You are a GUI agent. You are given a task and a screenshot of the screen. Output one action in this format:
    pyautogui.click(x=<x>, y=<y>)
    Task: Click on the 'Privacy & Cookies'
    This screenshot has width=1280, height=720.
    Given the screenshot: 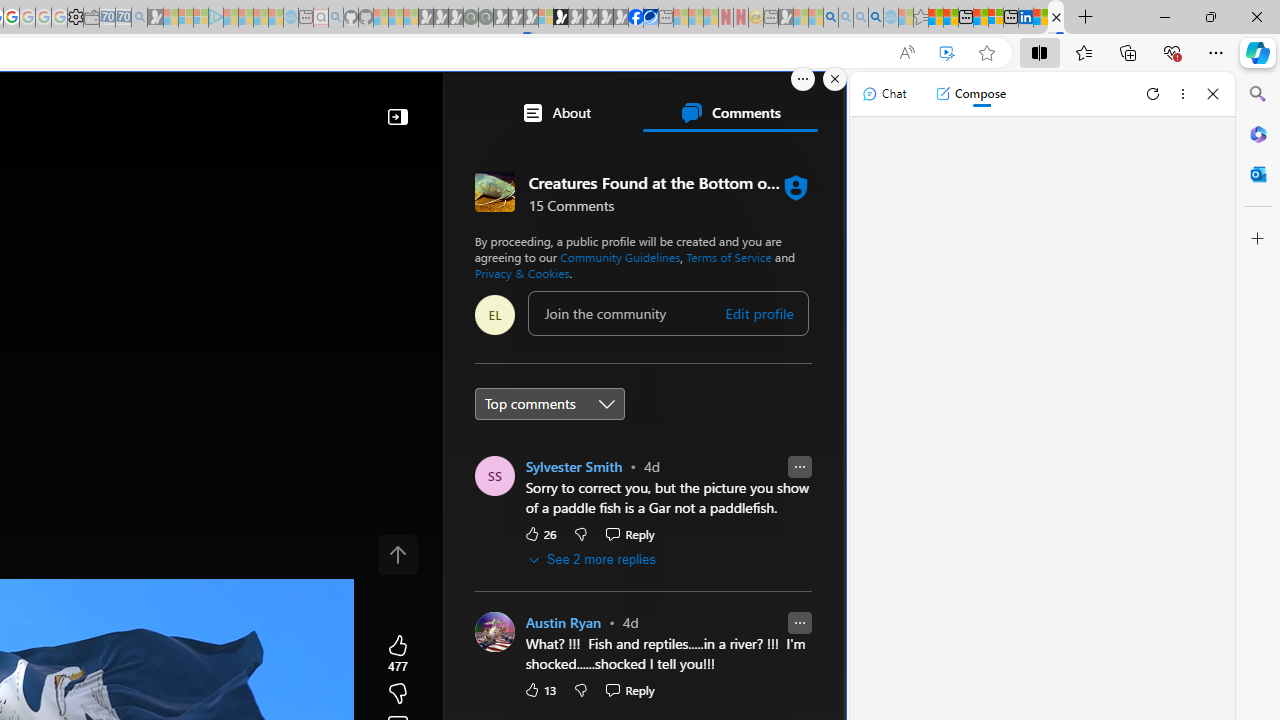 What is the action you would take?
    pyautogui.click(x=521, y=272)
    